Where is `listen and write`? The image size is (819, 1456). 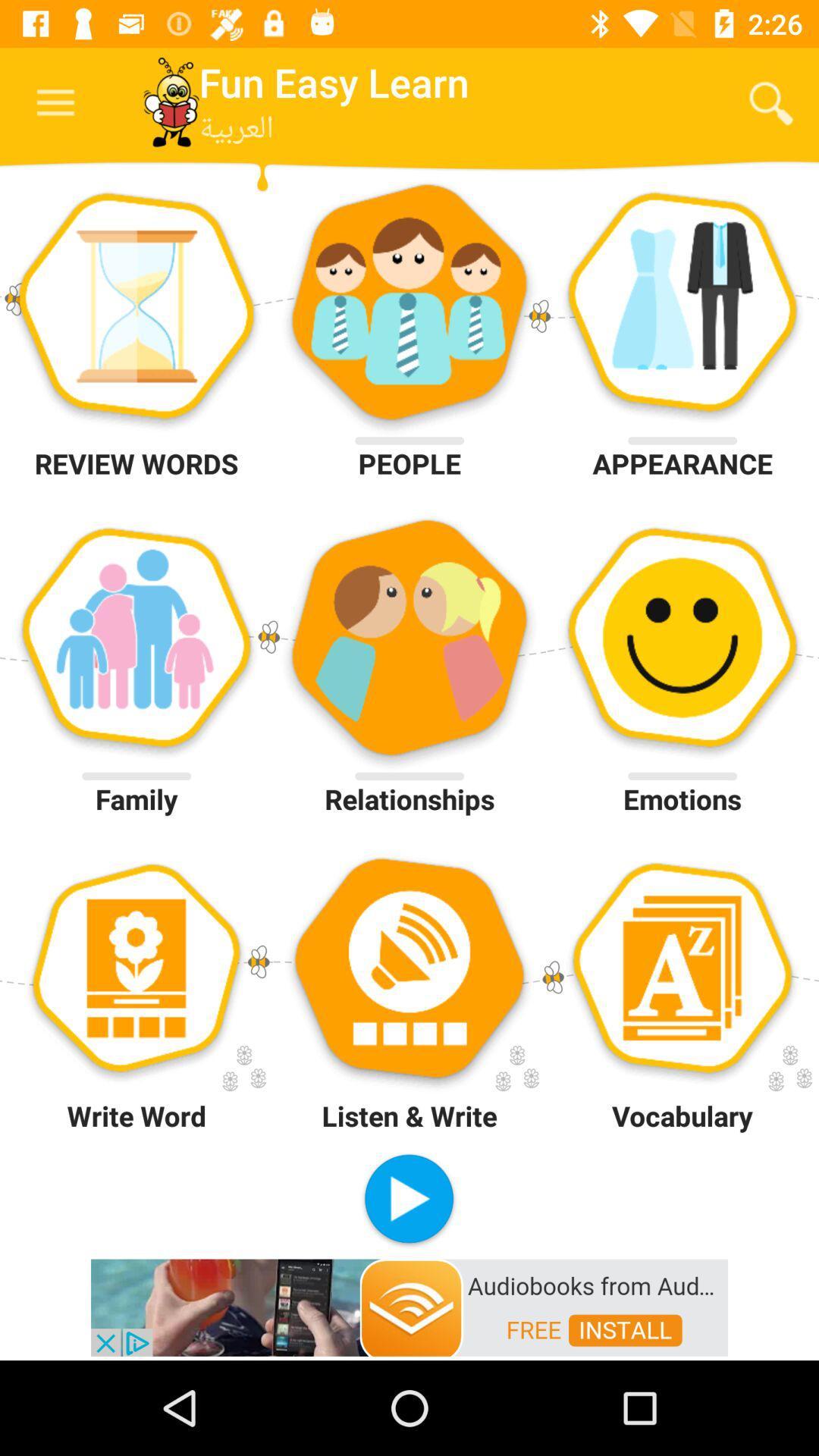 listen and write is located at coordinates (409, 973).